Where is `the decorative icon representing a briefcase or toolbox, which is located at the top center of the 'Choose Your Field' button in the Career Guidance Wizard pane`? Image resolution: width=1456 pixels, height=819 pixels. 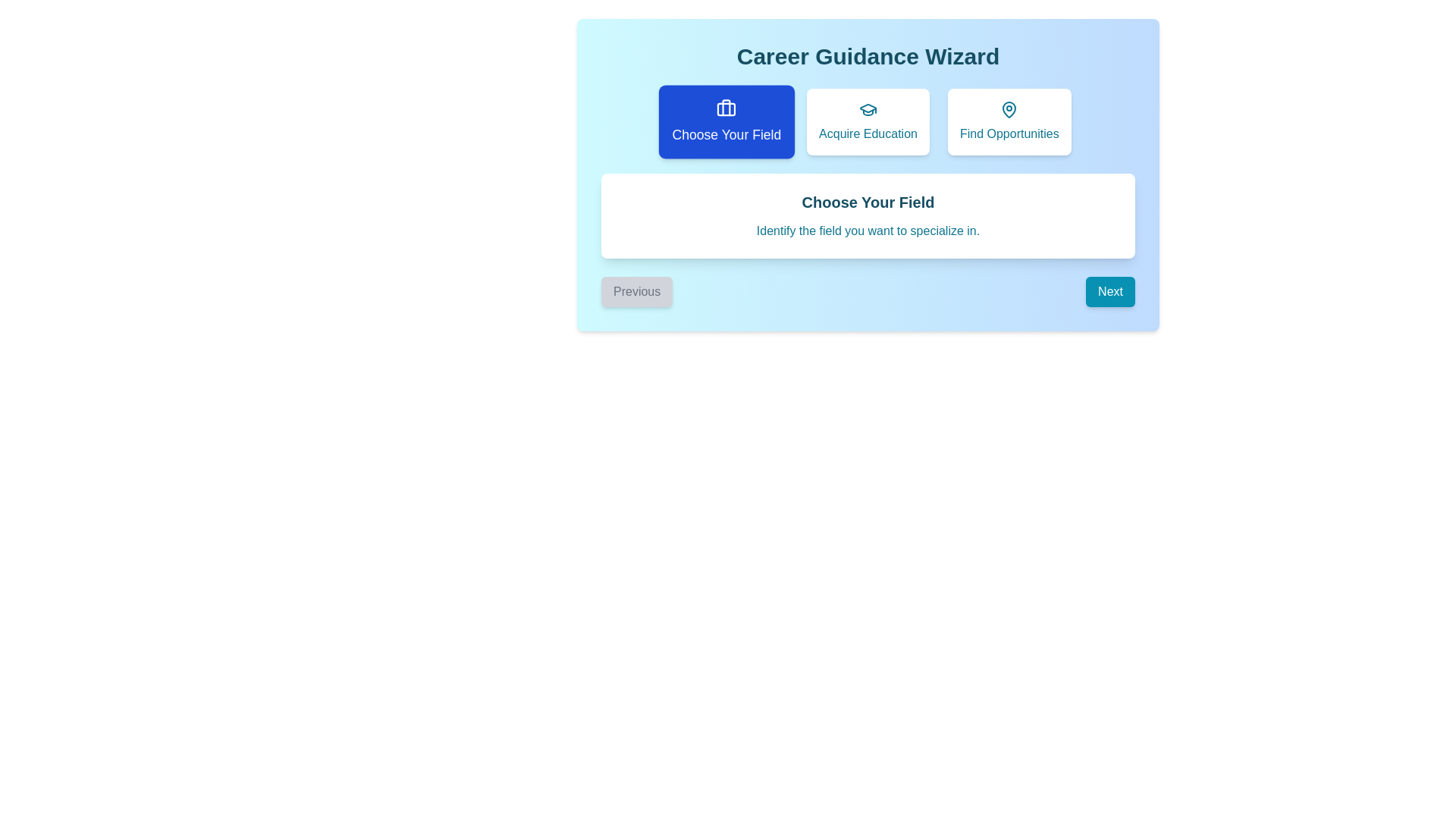 the decorative icon representing a briefcase or toolbox, which is located at the top center of the 'Choose Your Field' button in the Career Guidance Wizard pane is located at coordinates (726, 108).